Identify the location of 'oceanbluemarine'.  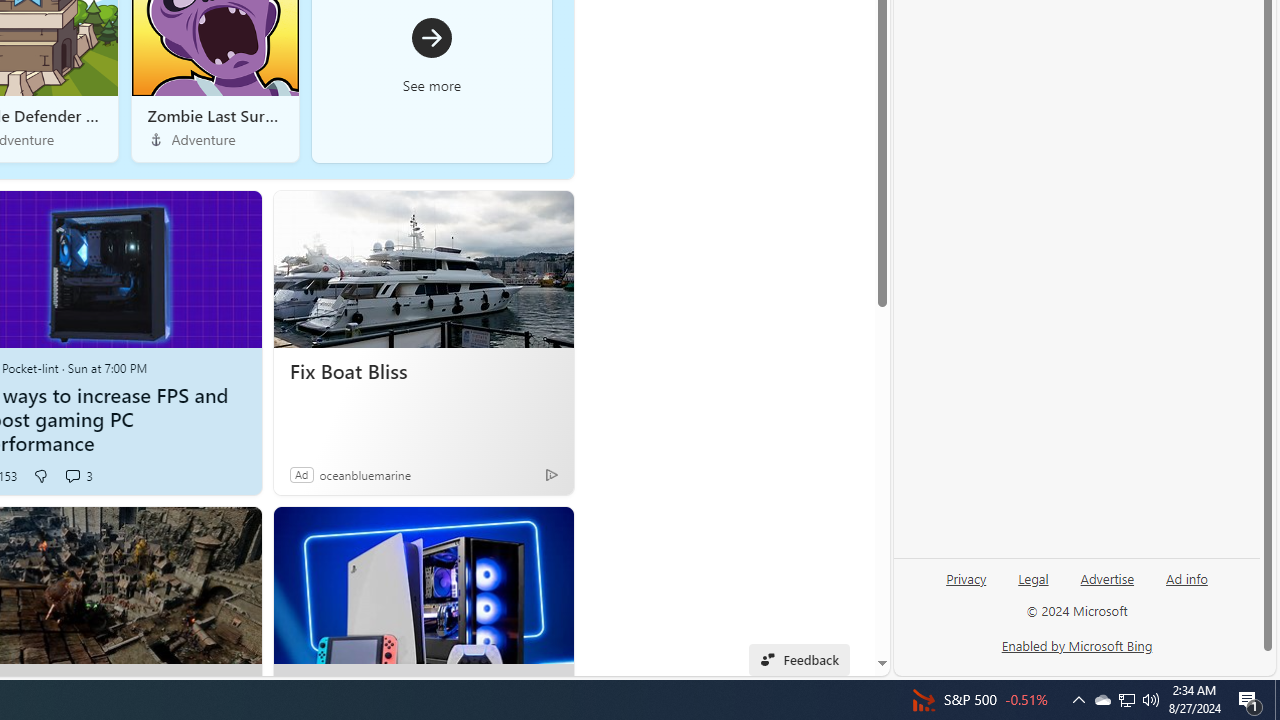
(364, 474).